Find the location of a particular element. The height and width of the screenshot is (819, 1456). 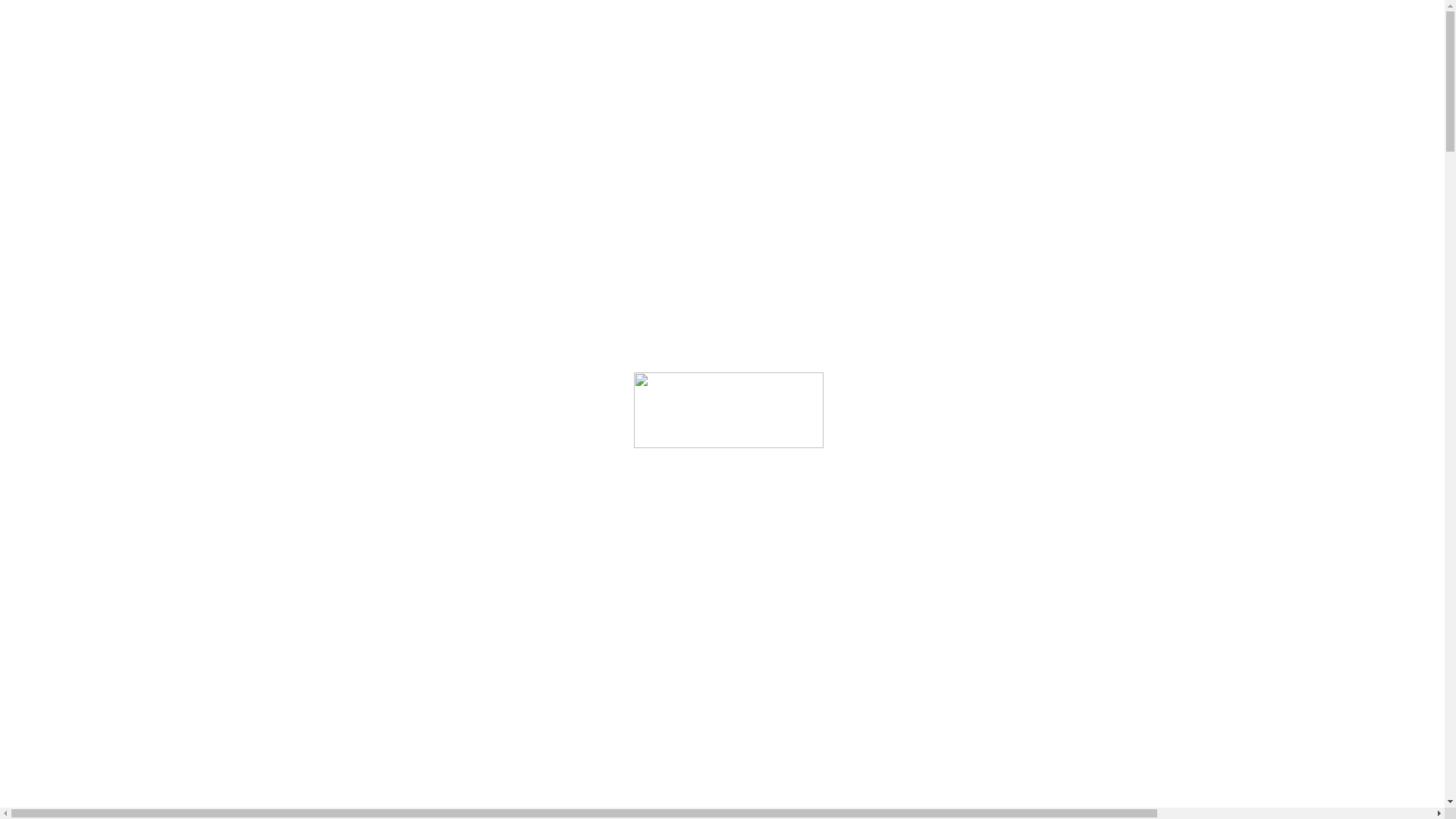

'EN' is located at coordinates (52, 168).